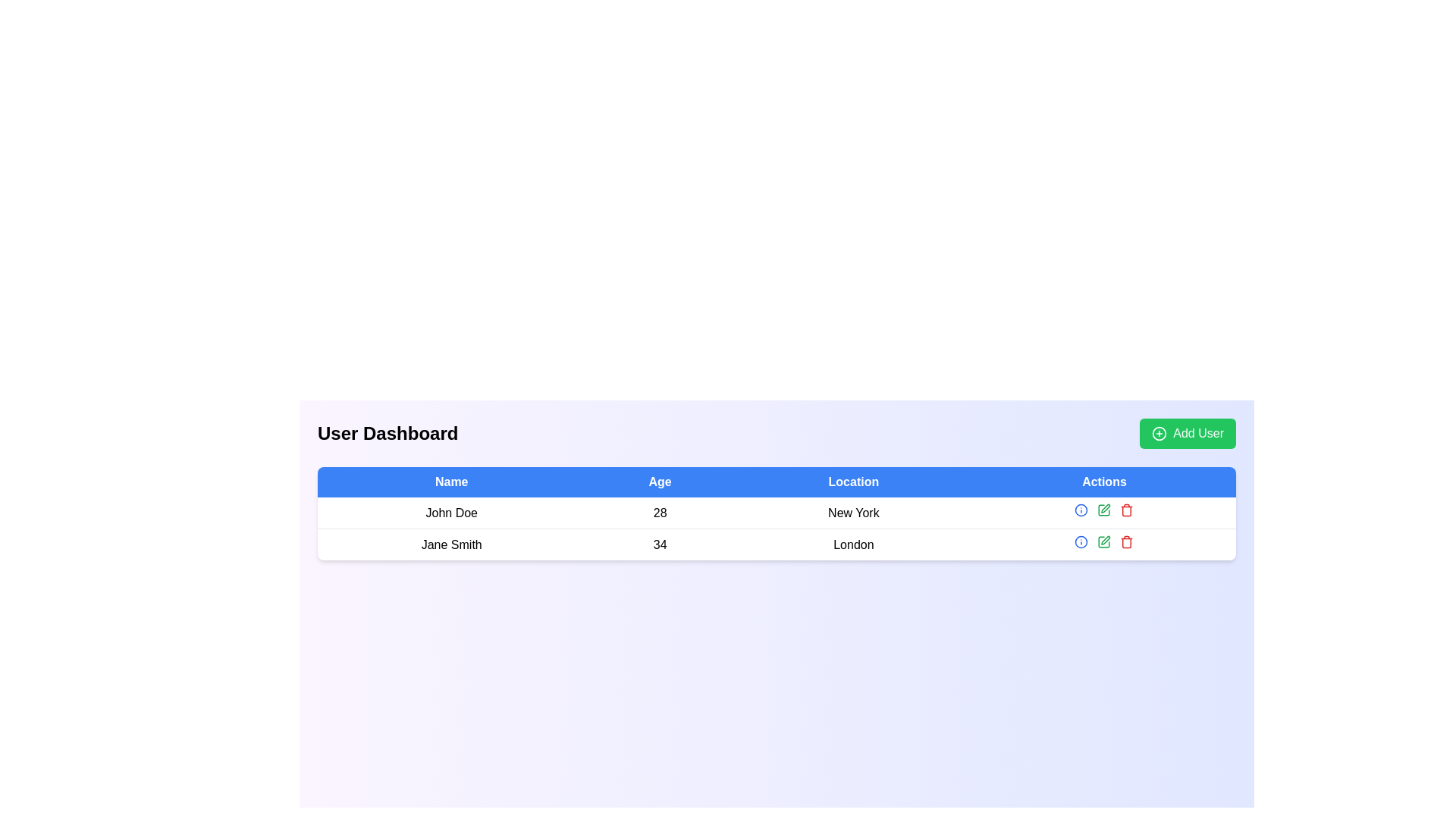 This screenshot has width=1456, height=819. I want to click on the circular background of the info icon in the 'Actions' column for 'John Doe', so click(1081, 541).